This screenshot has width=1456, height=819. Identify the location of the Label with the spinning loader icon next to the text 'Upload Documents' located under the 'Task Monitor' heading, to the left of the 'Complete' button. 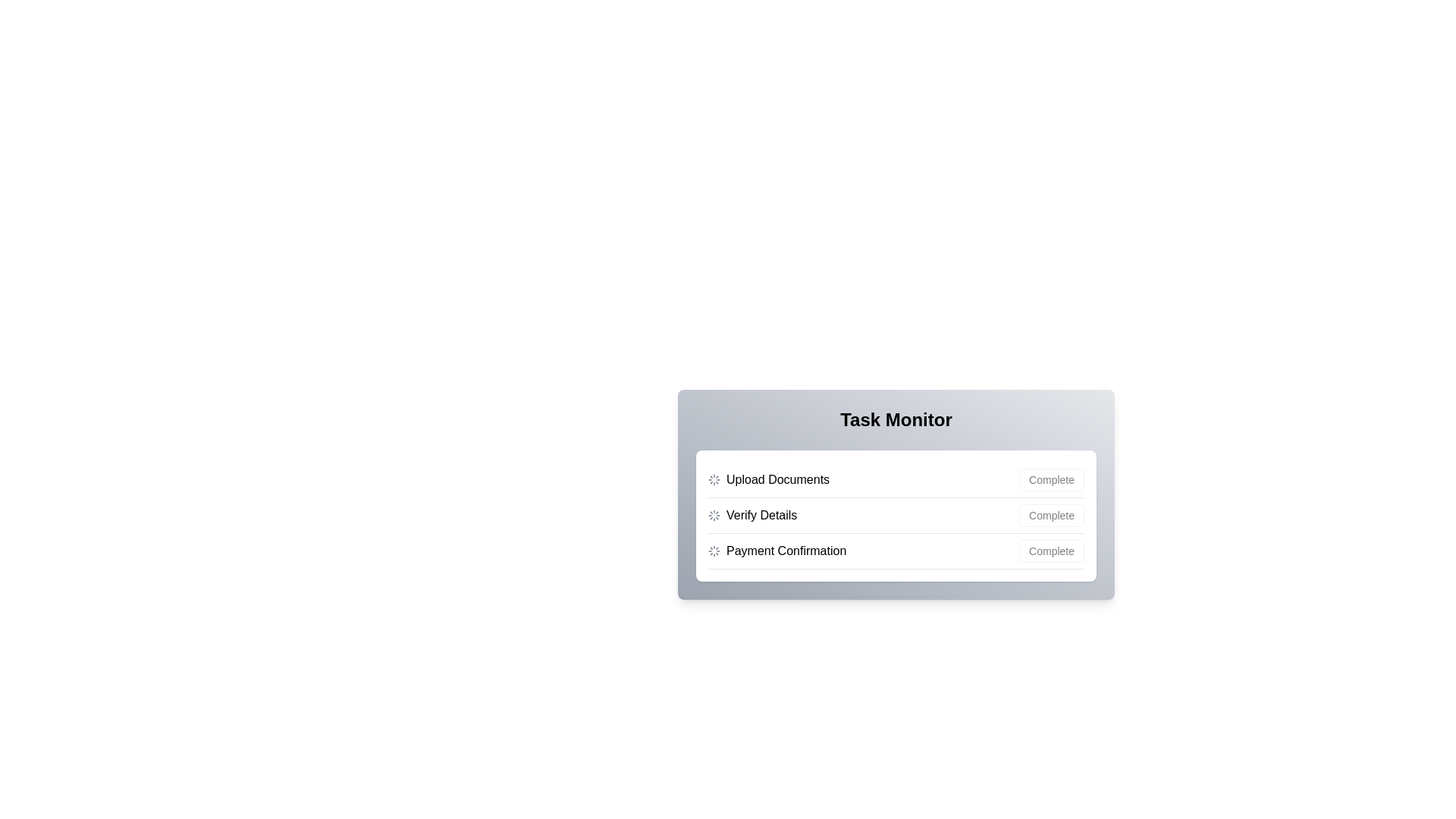
(768, 479).